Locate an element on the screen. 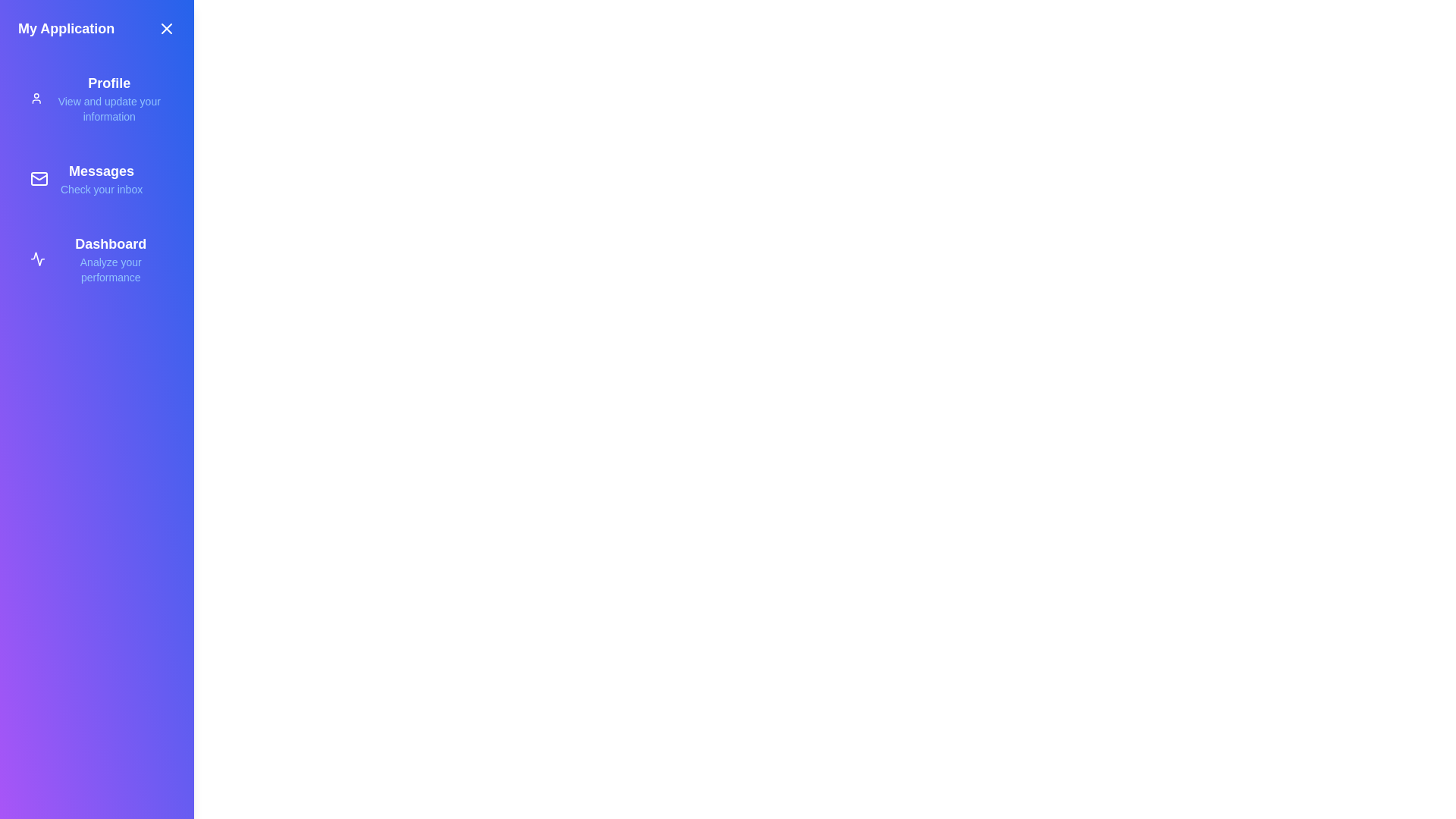  the Dashboard section to observe the hover effect is located at coordinates (96, 259).